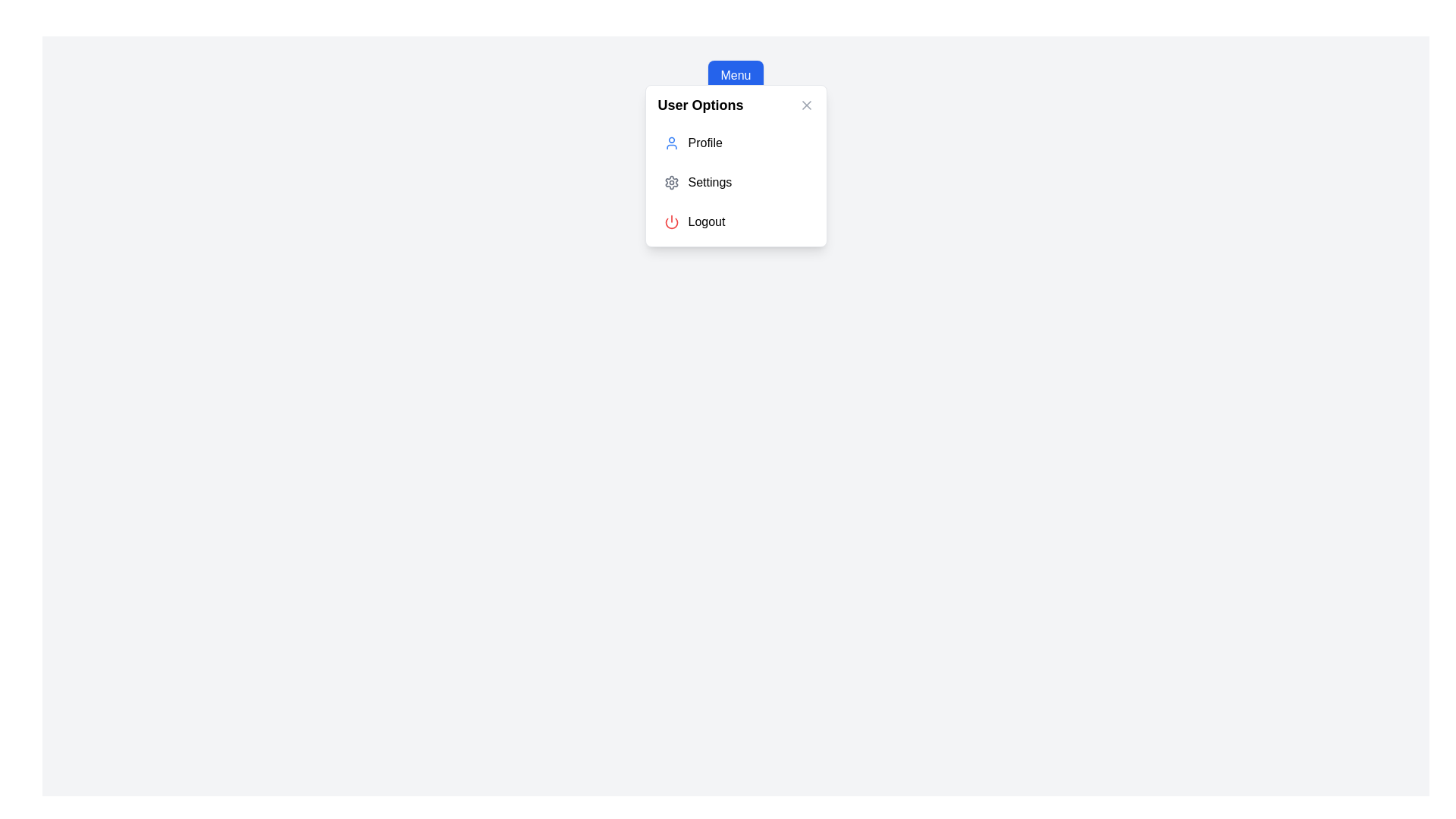 The width and height of the screenshot is (1456, 819). I want to click on the gear-shaped icon located in the 'Settings' menu option under 'User Options', so click(670, 181).